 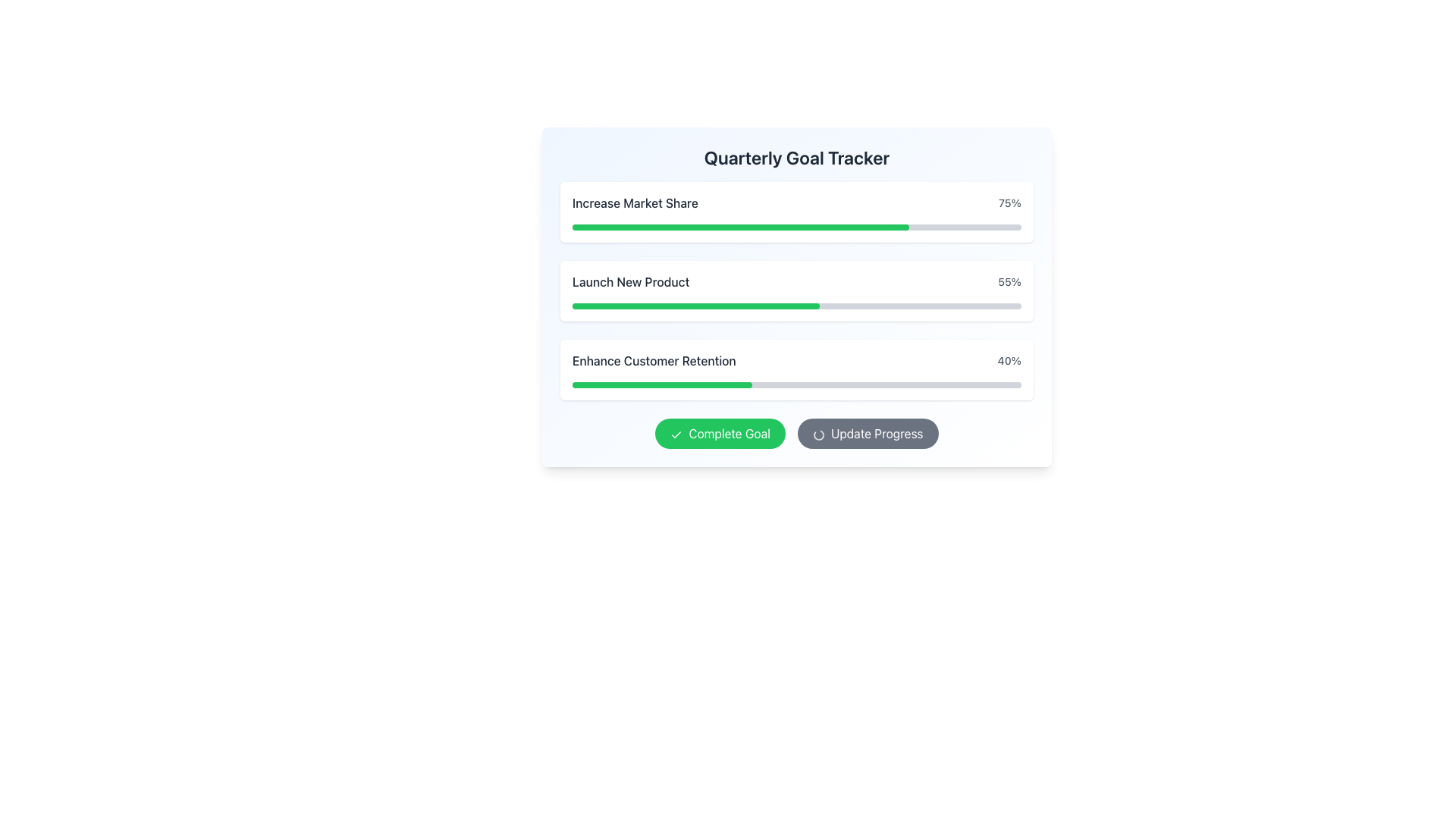 I want to click on text from the Text Label displaying the percentage value '75%' which indicates the progress of the task 'Increase Market Share', so click(x=1010, y=202).